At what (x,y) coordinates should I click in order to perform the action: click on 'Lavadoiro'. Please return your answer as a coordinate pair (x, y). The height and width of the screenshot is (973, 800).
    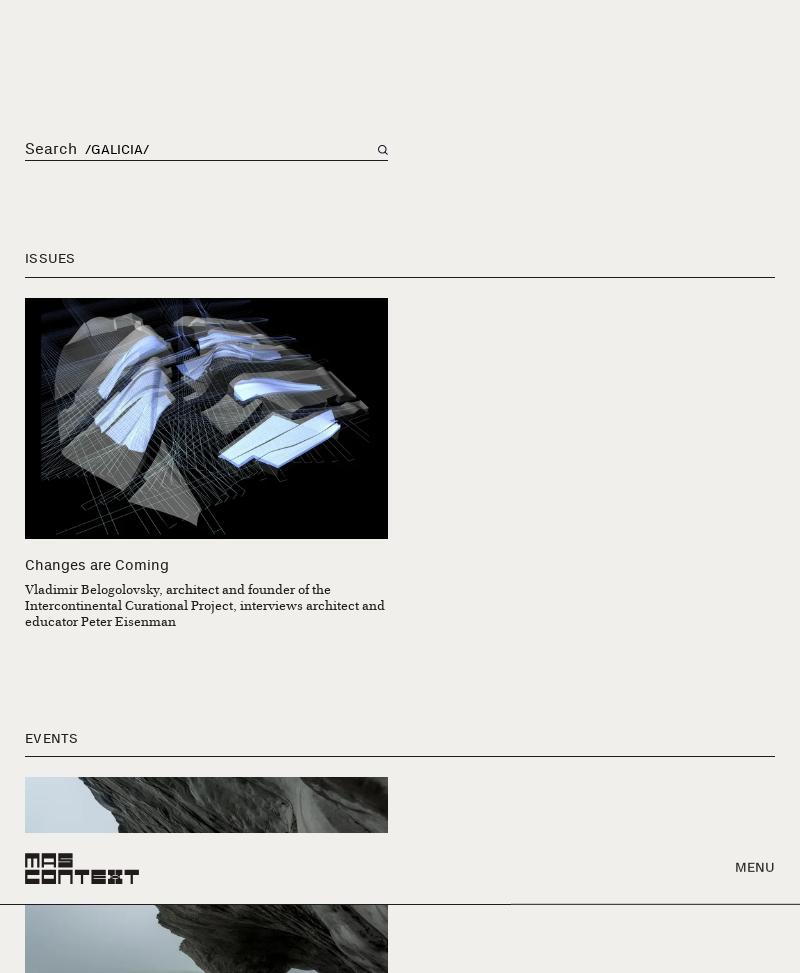
    Looking at the image, I should click on (445, 634).